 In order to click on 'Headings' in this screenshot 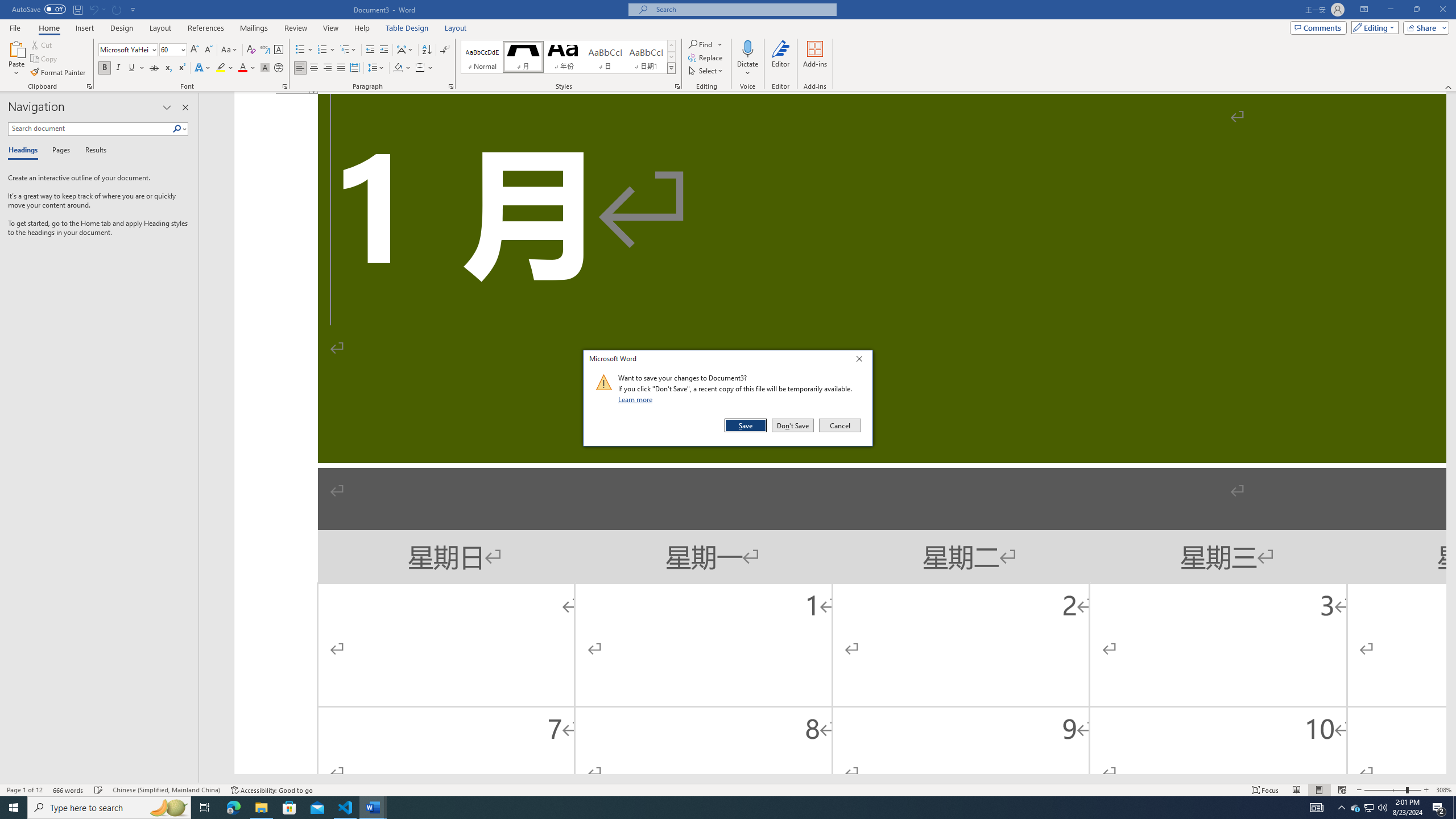, I will do `click(25, 150)`.